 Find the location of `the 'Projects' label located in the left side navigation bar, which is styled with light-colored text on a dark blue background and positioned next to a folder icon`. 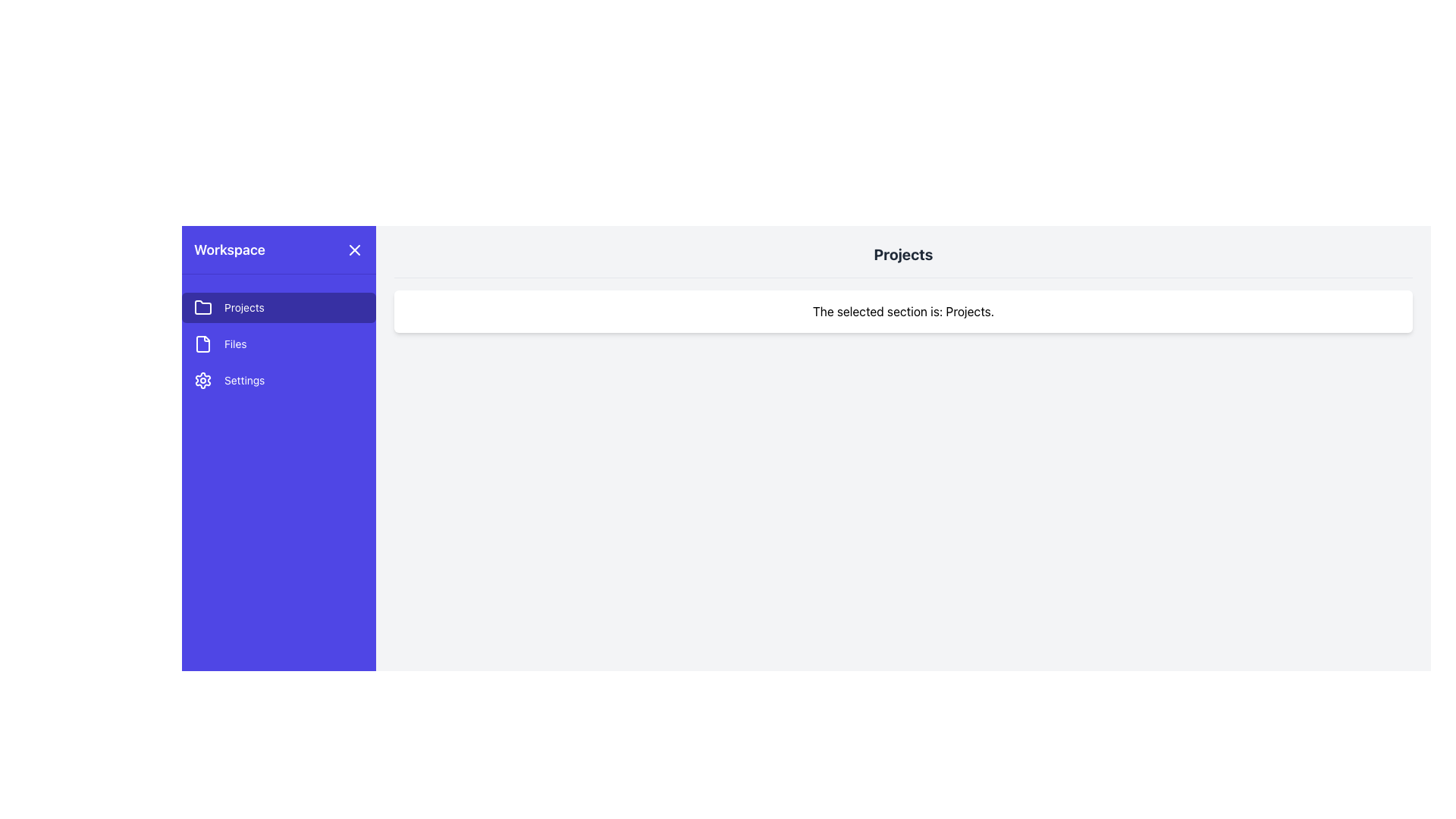

the 'Projects' label located in the left side navigation bar, which is styled with light-colored text on a dark blue background and positioned next to a folder icon is located at coordinates (244, 307).